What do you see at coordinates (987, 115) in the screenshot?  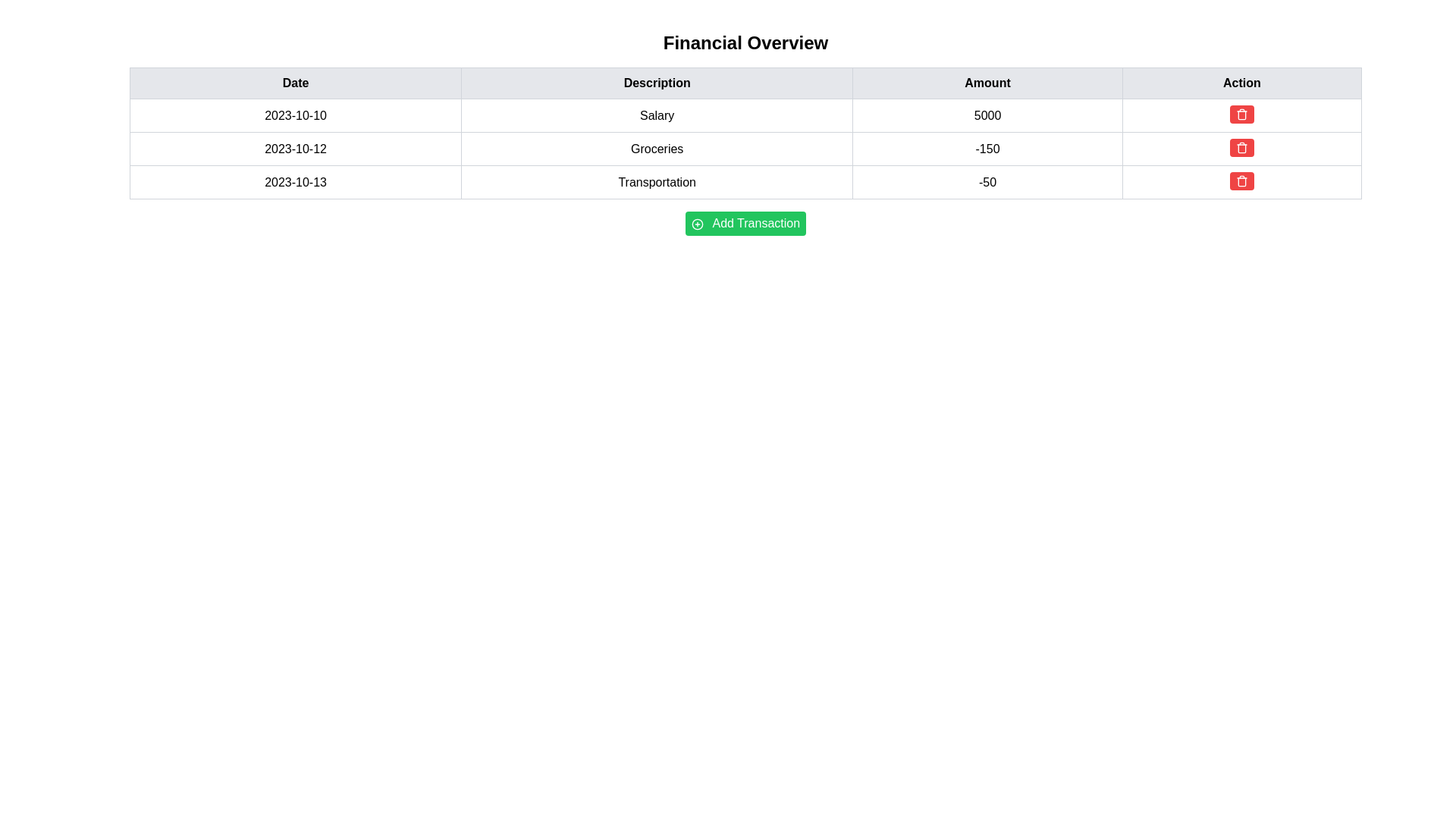 I see `the text display field showing the numeric value (5000) for the Salary in the financial overview table, located in the third column of the first row` at bounding box center [987, 115].